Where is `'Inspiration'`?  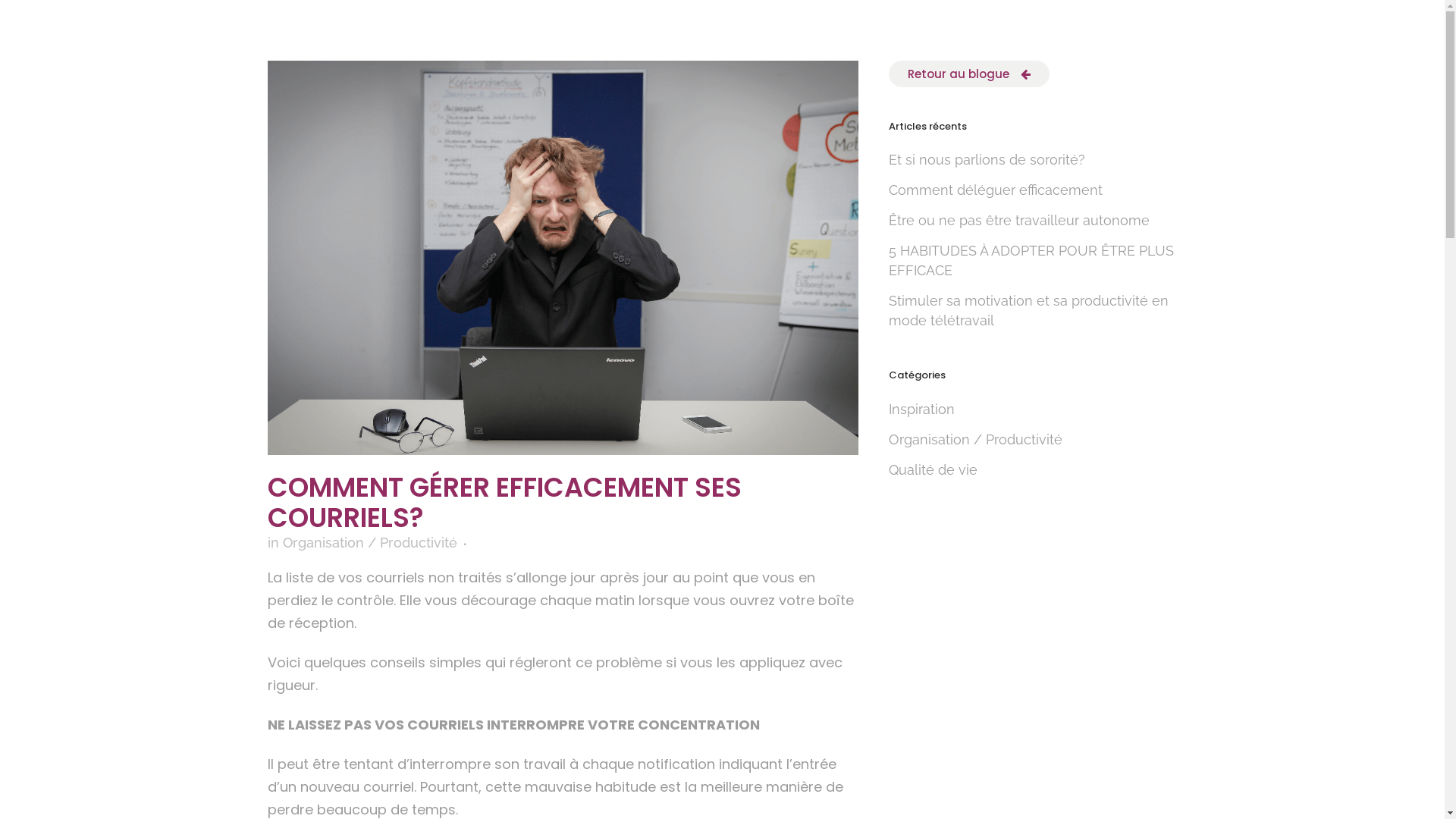
'Inspiration' is located at coordinates (921, 408).